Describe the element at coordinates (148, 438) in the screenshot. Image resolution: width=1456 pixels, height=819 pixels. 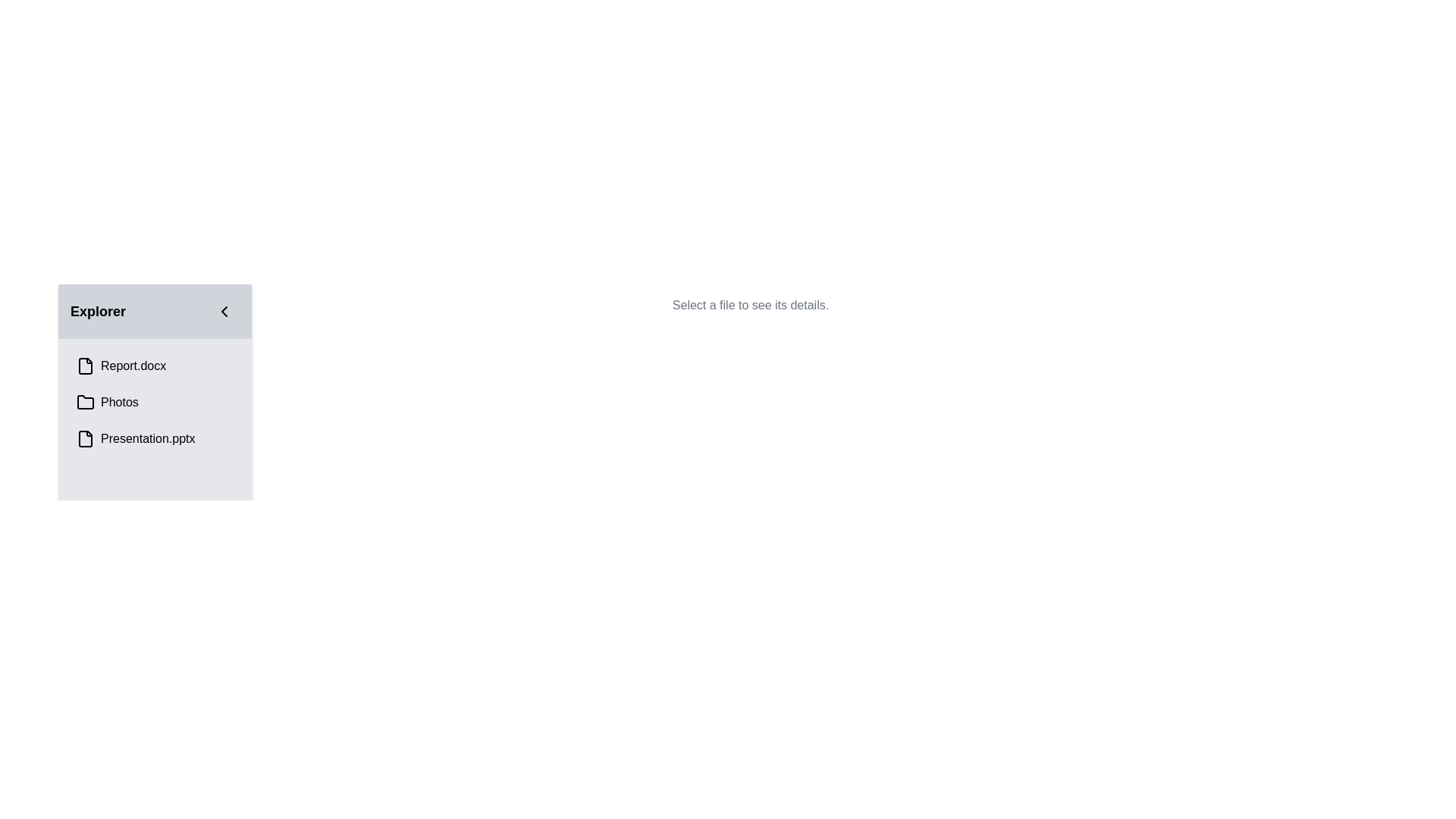
I see `the text label 'Presentation.pptx' in the file explorer panel` at that location.